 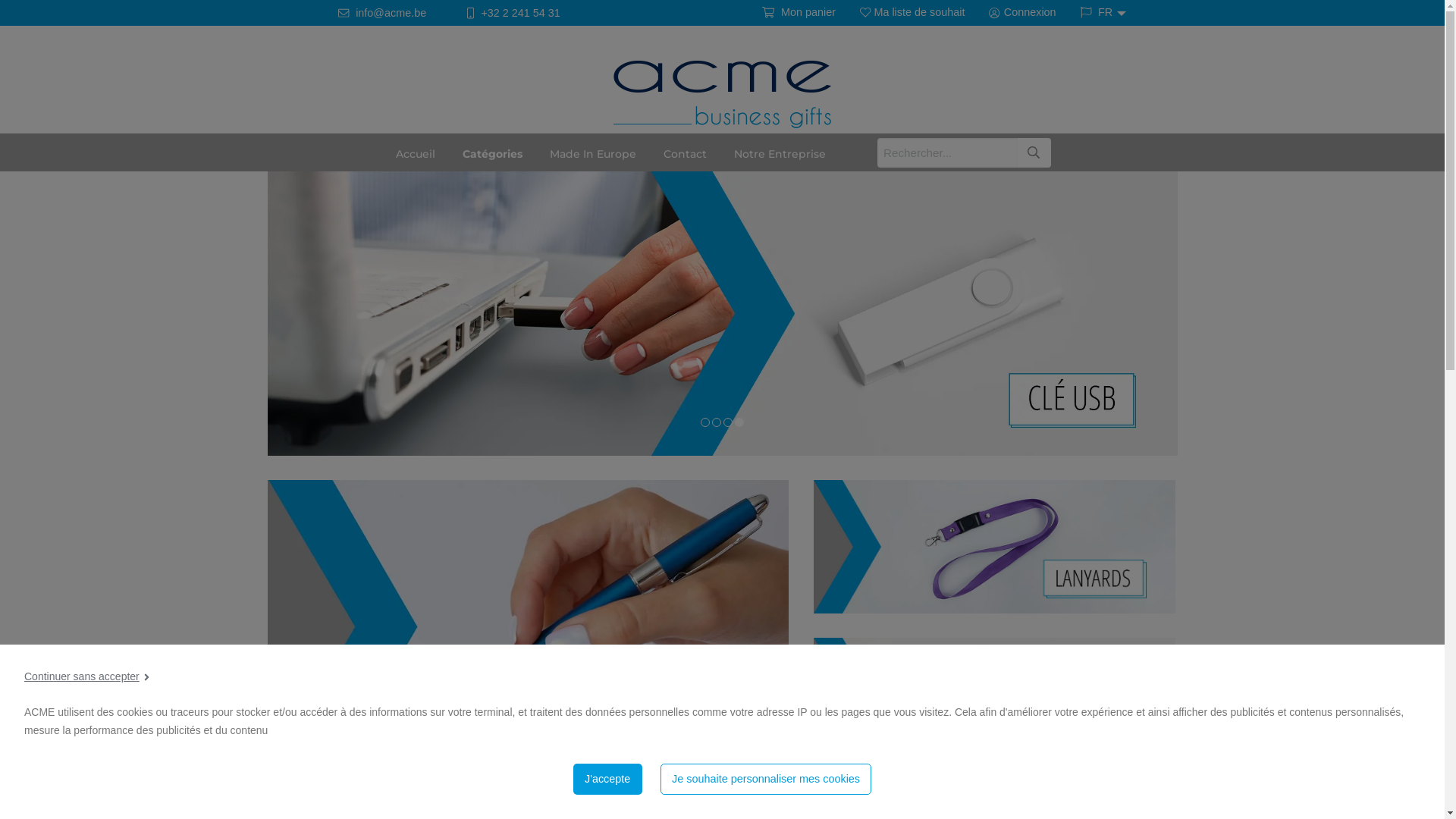 I want to click on 'Made In Europe', so click(x=592, y=152).